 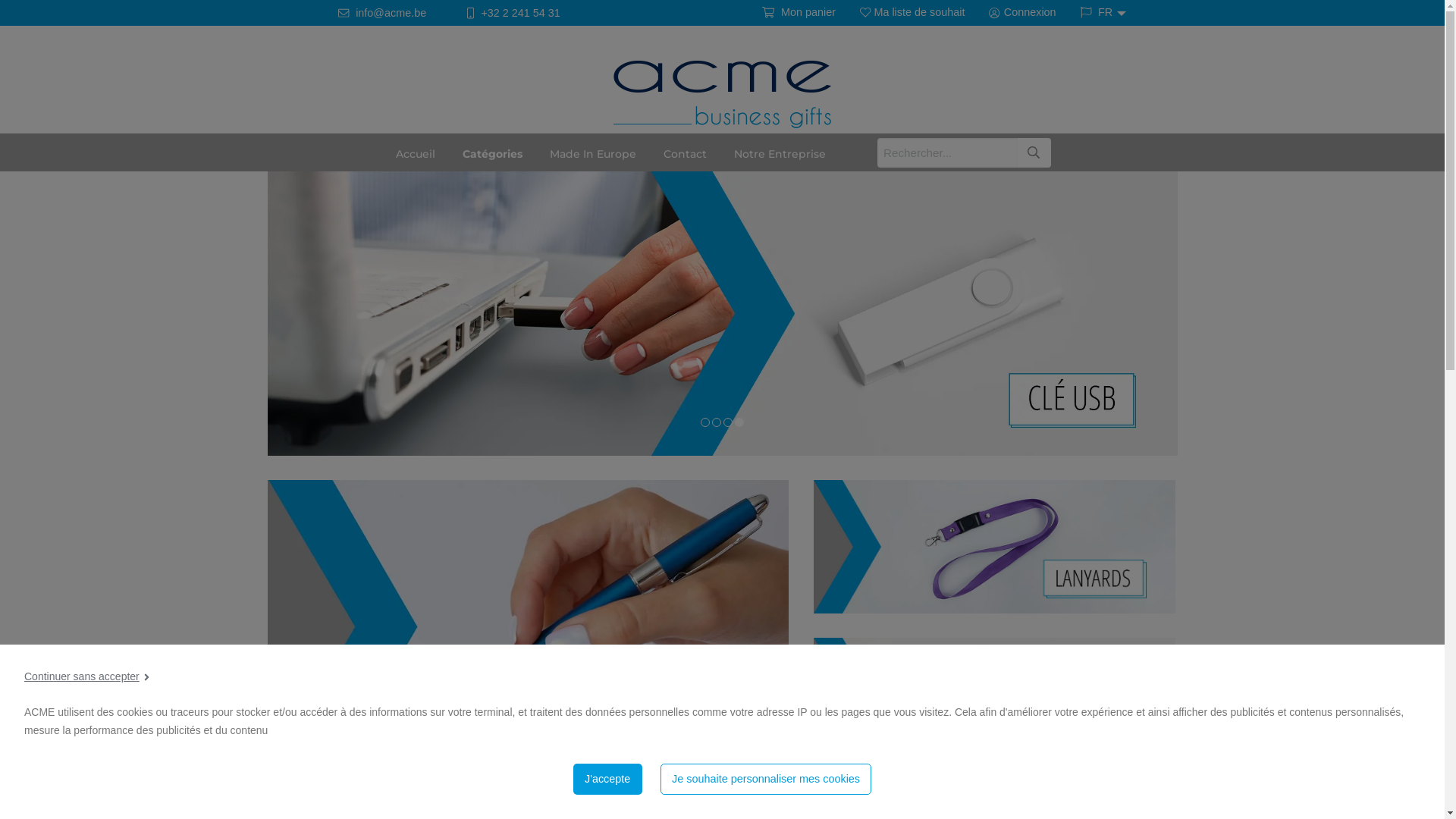 I want to click on 'Made In Europe', so click(x=592, y=152).